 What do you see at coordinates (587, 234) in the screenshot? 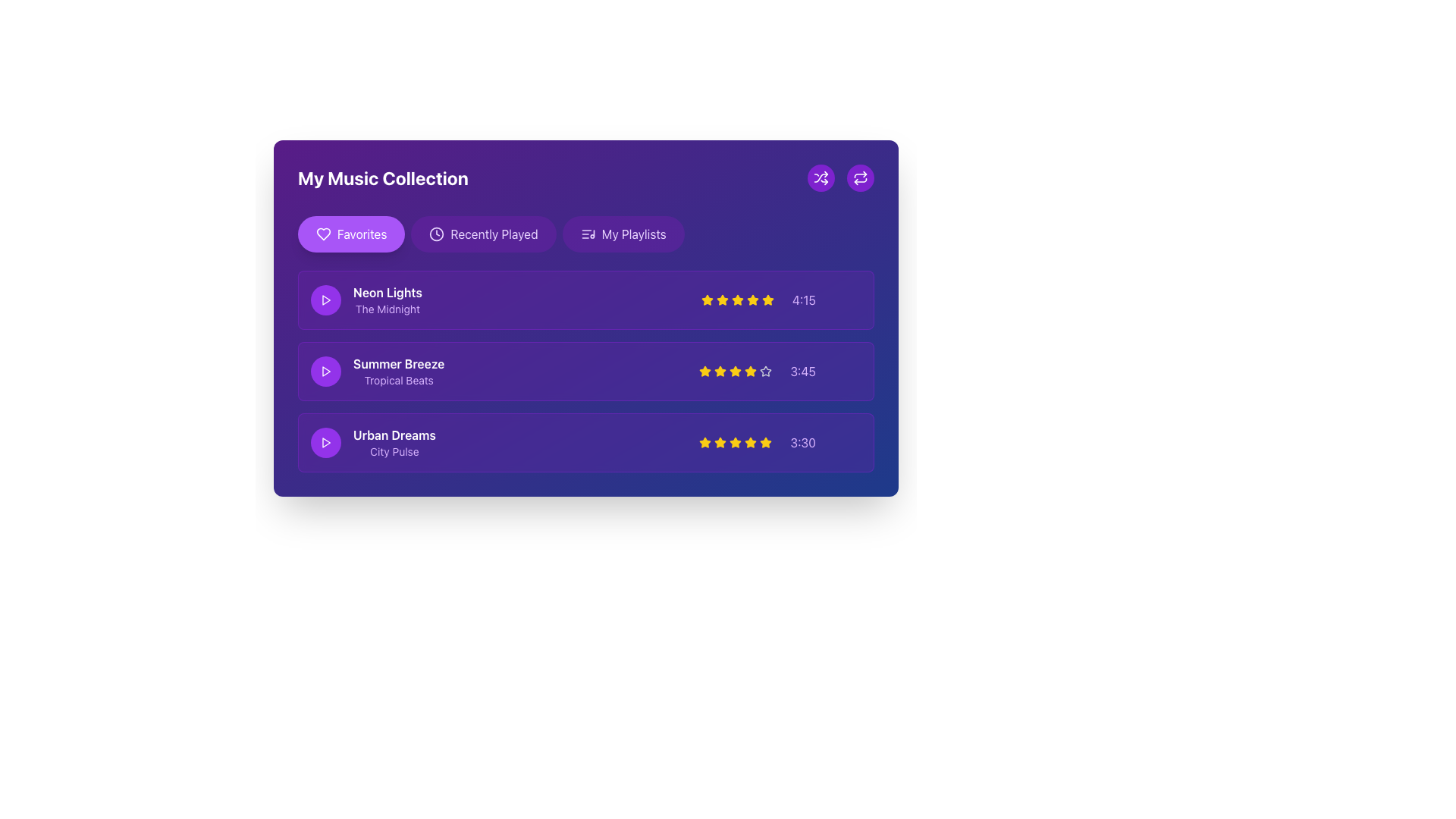
I see `the playlist icon, which resembles a list with a musical note, located within the 'My Playlists' button, the third option in the top navigation row` at bounding box center [587, 234].